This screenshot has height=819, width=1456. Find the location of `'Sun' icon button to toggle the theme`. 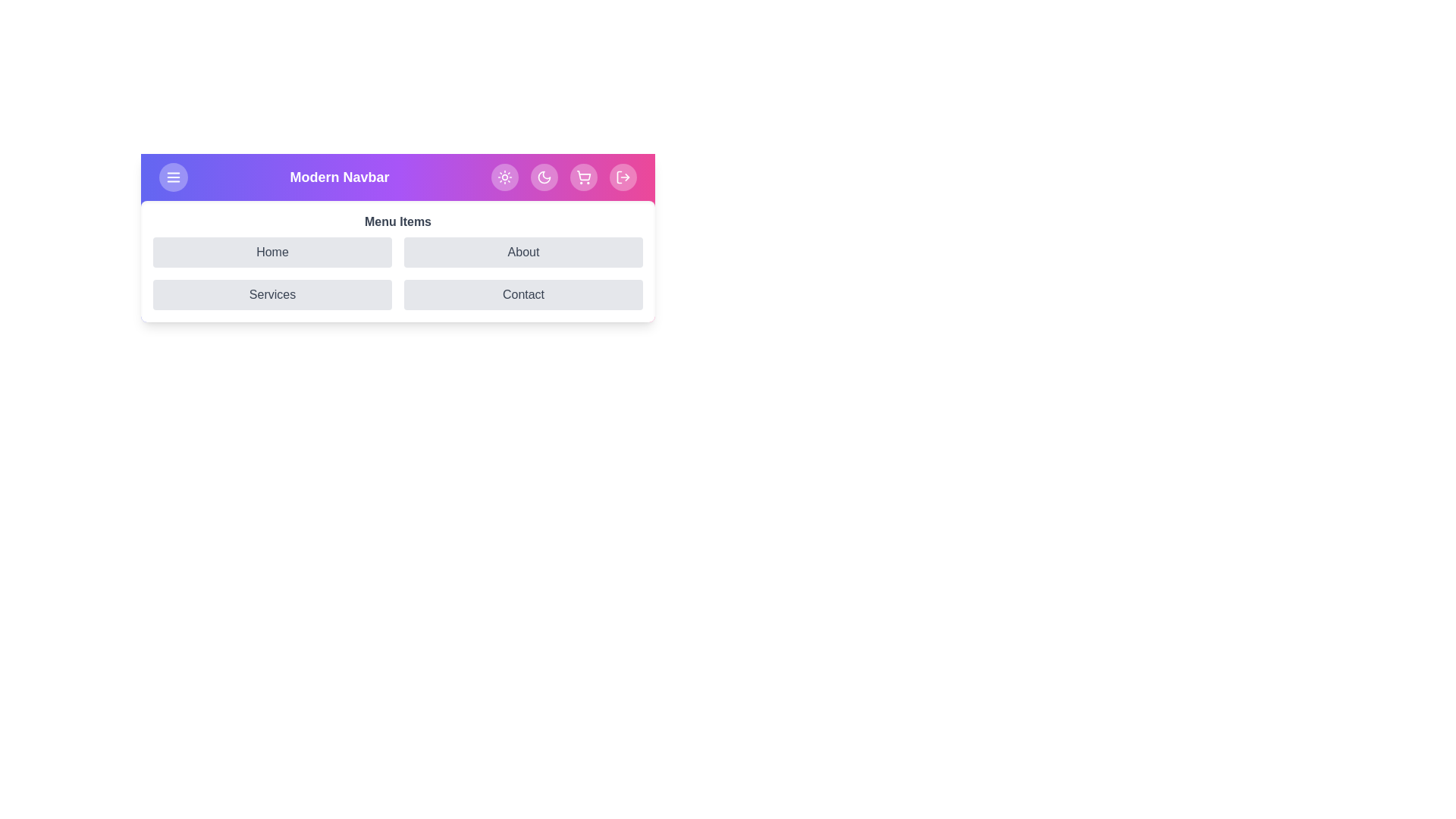

'Sun' icon button to toggle the theme is located at coordinates (505, 177).